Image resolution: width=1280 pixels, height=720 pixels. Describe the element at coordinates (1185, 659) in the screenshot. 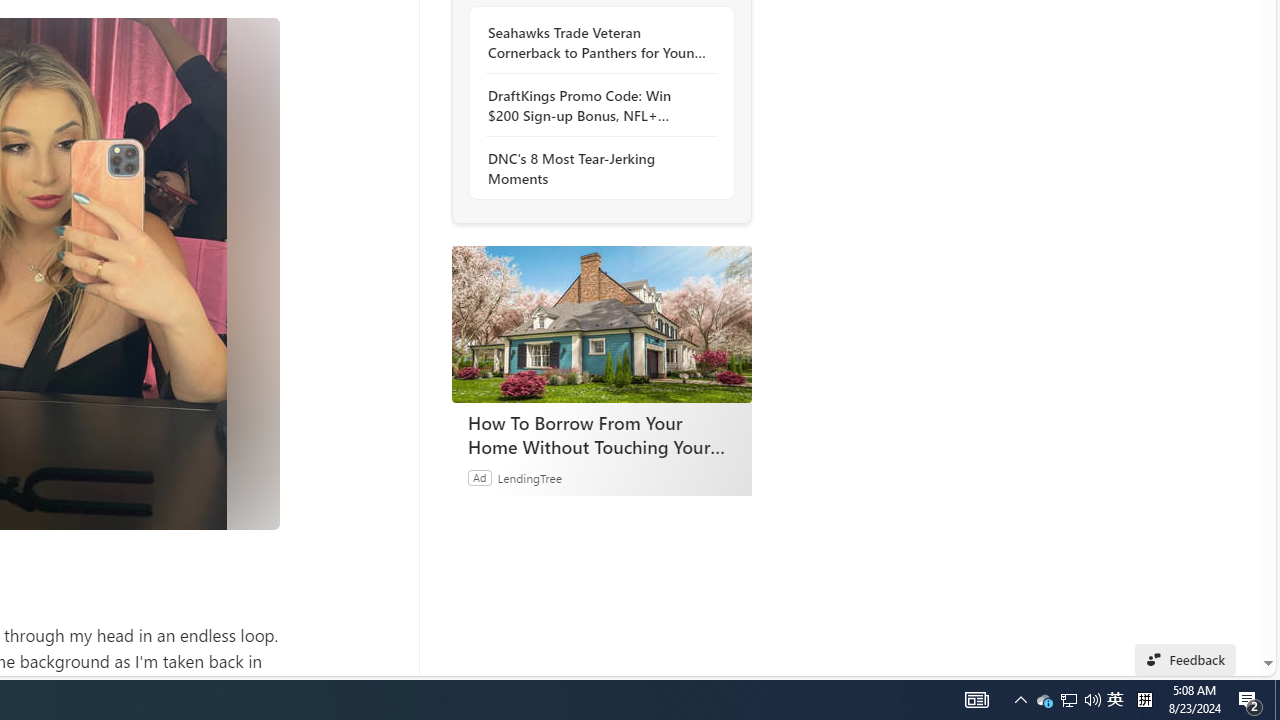

I see `'Feedback'` at that location.